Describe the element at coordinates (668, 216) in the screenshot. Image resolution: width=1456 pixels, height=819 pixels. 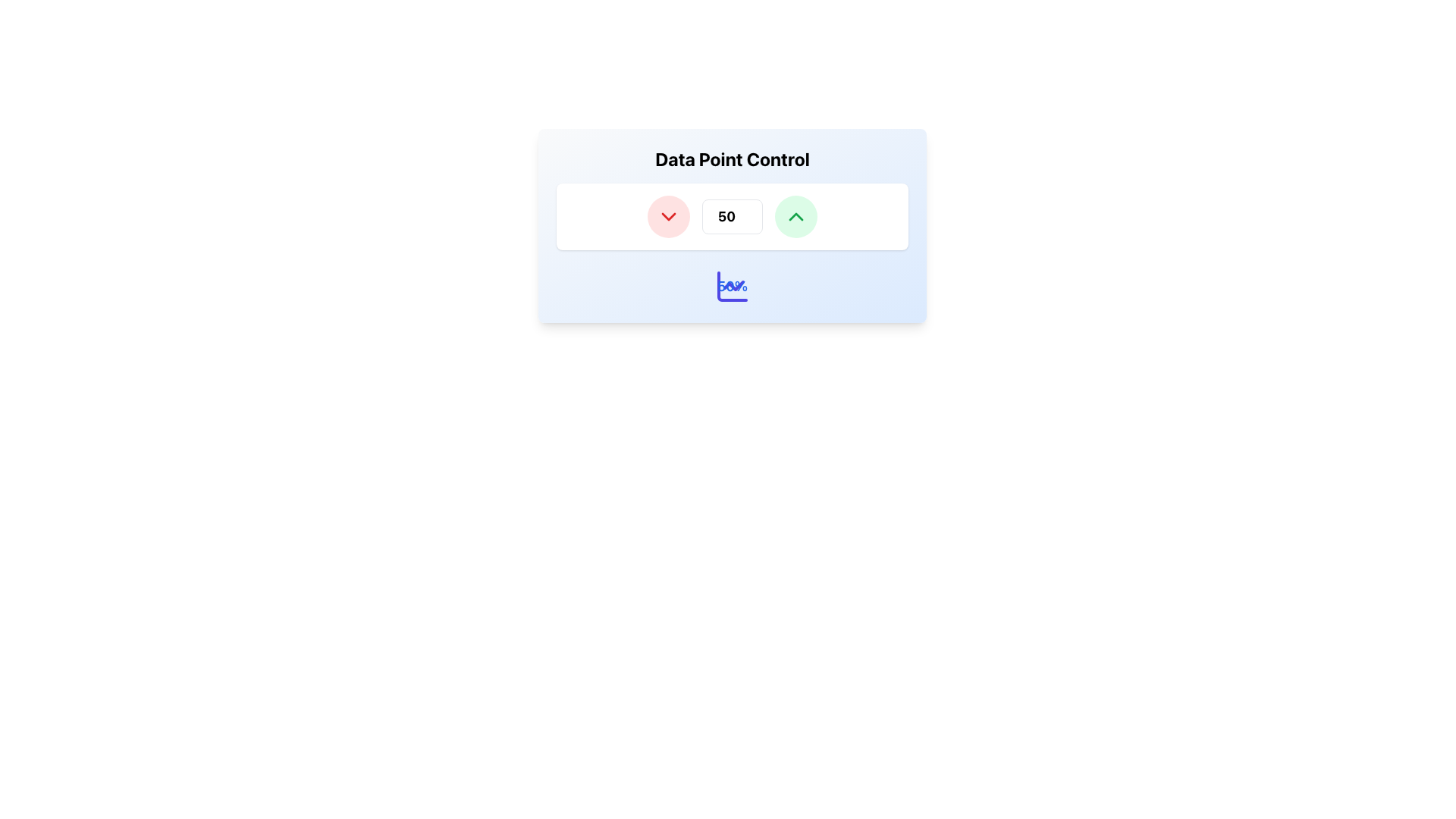
I see `the downward chevron button located to the left of the input field displaying '50' to decrease the value` at that location.